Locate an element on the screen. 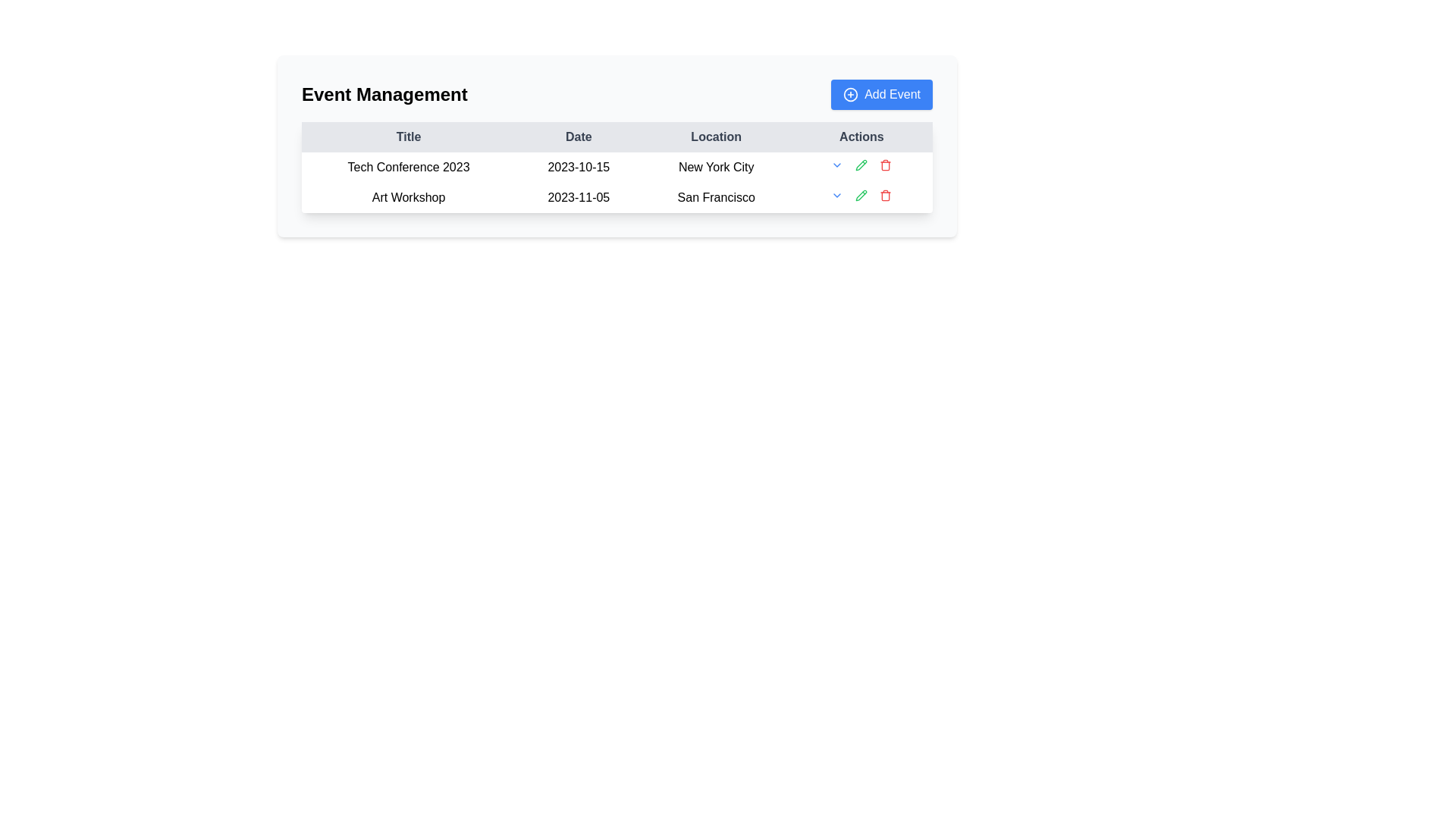 This screenshot has height=819, width=1456. the text label displaying 'Art Workshop', which is located in the second row of the 'Title' column in the data table is located at coordinates (409, 197).